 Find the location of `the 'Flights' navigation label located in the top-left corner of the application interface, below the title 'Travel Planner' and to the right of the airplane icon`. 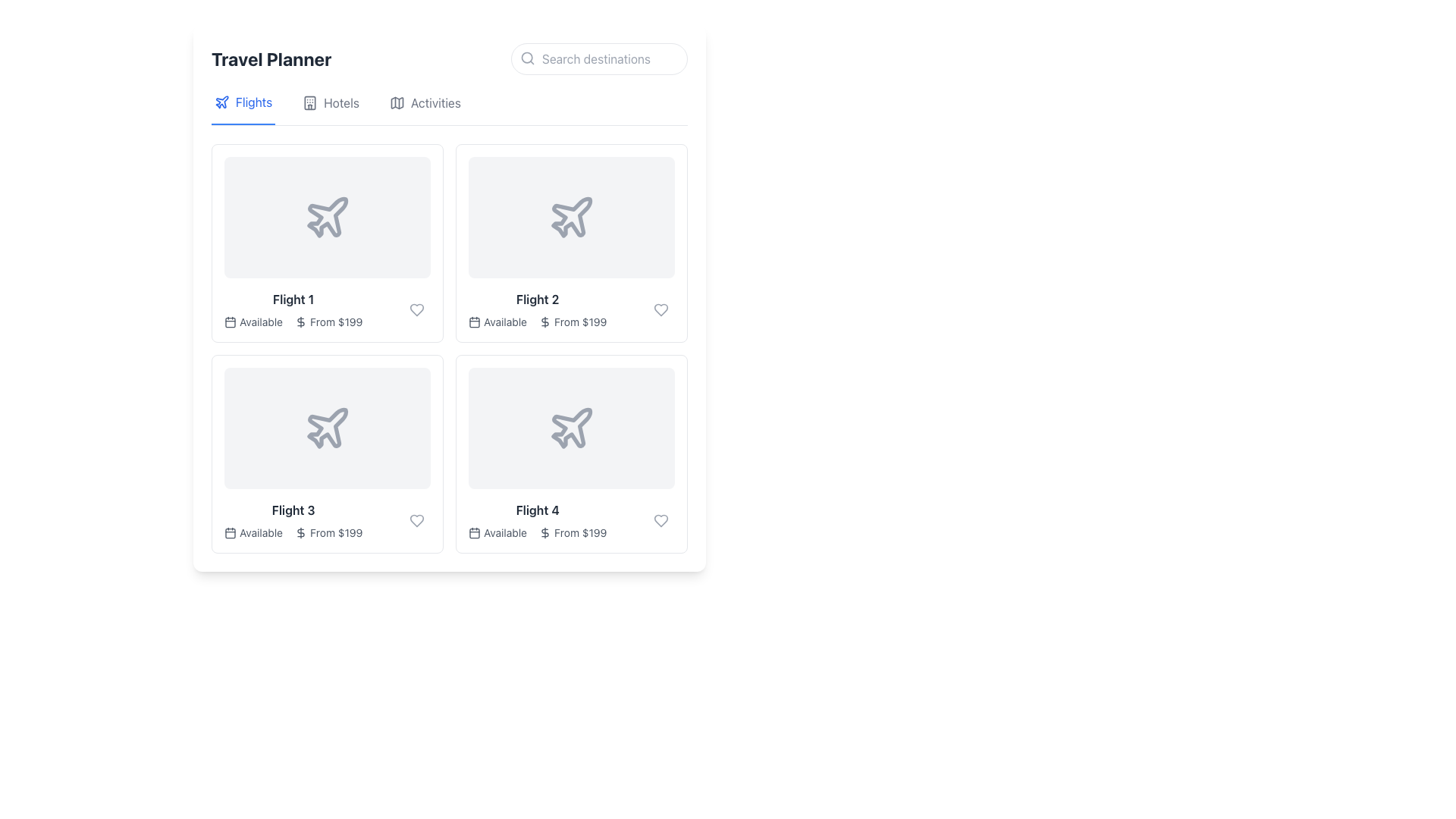

the 'Flights' navigation label located in the top-left corner of the application interface, below the title 'Travel Planner' and to the right of the airplane icon is located at coordinates (254, 102).